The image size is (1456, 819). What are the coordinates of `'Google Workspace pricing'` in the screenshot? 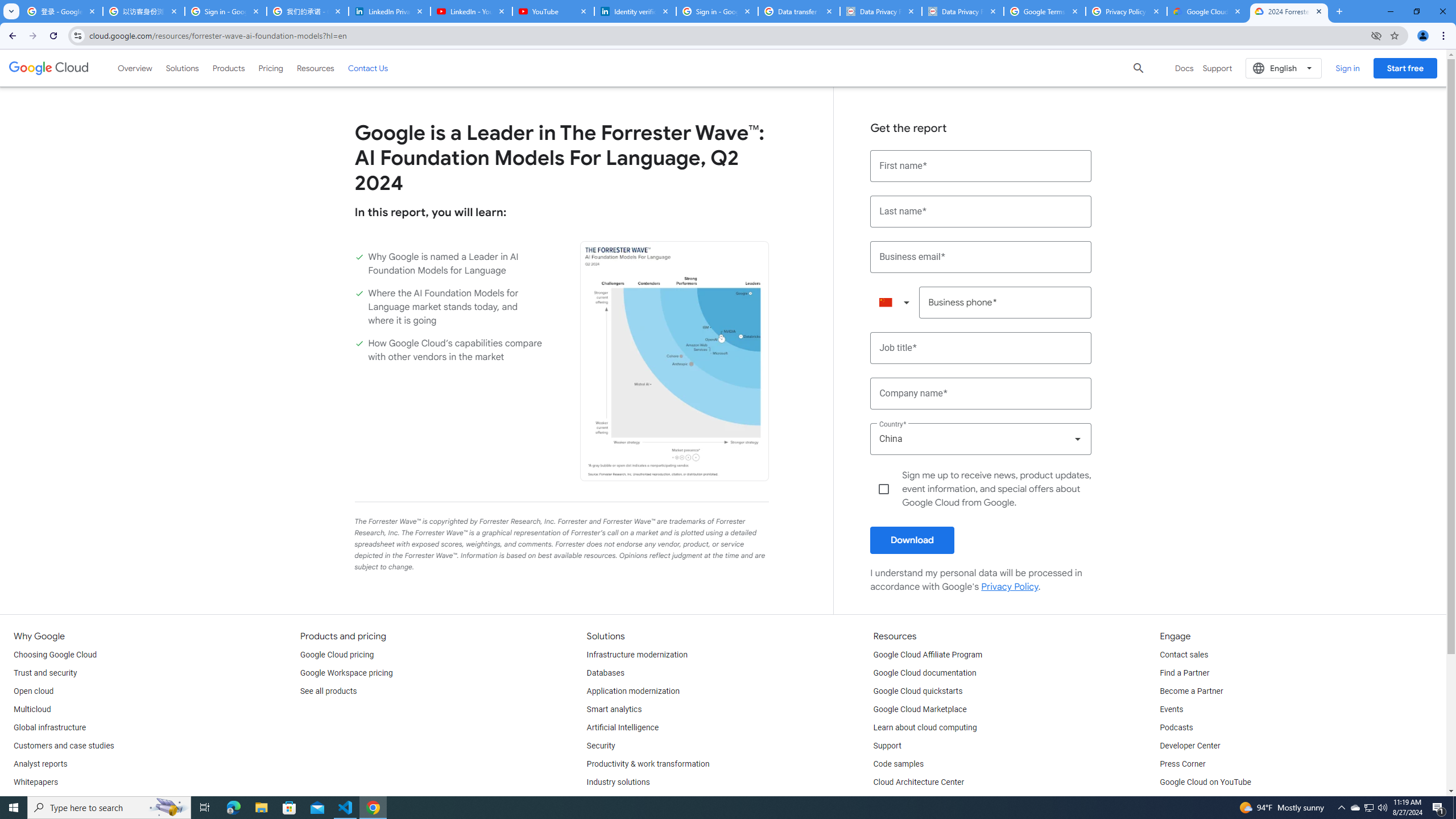 It's located at (346, 673).